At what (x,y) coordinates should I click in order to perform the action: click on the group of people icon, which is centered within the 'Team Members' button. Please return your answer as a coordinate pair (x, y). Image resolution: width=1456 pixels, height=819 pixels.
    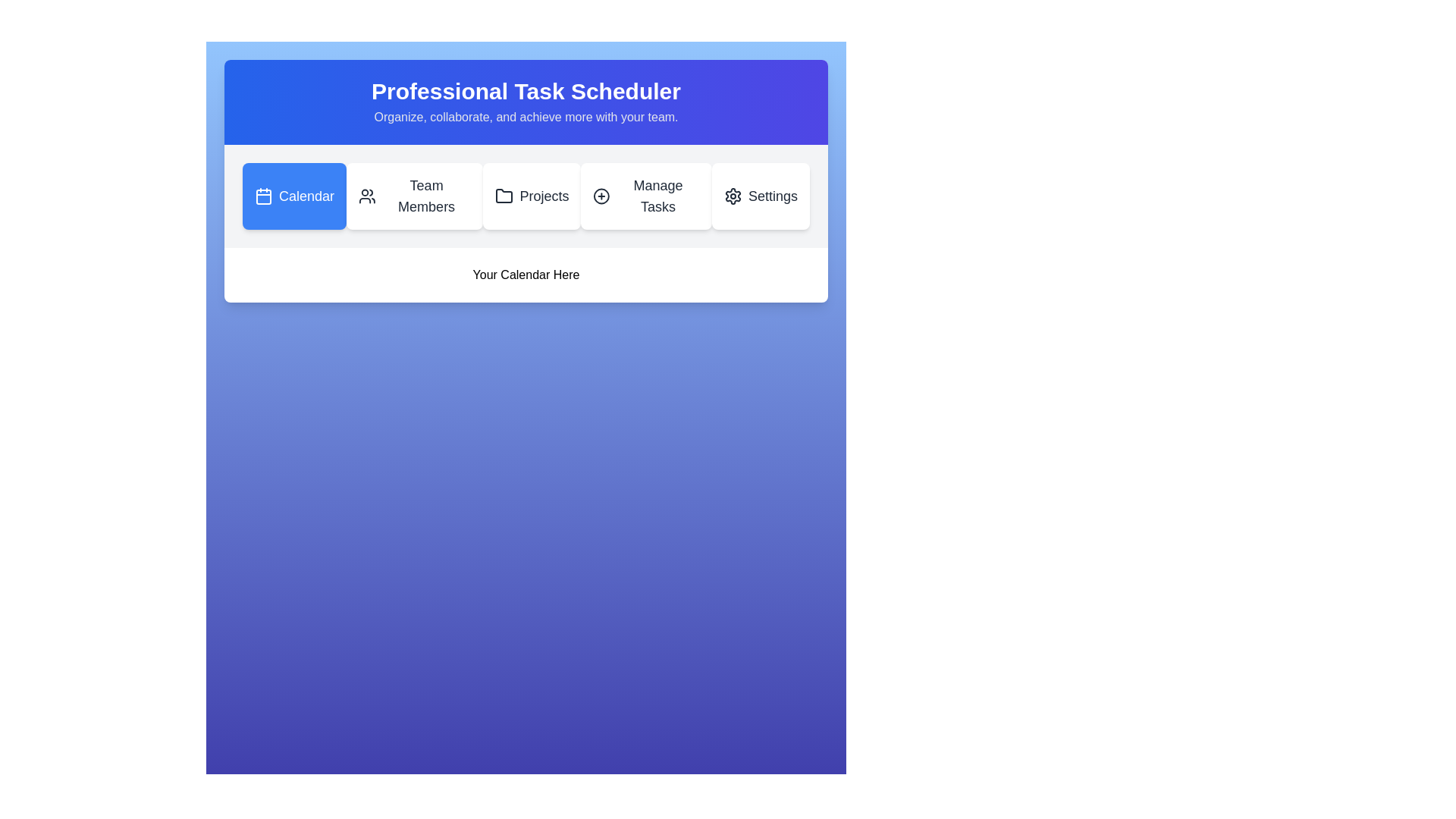
    Looking at the image, I should click on (367, 195).